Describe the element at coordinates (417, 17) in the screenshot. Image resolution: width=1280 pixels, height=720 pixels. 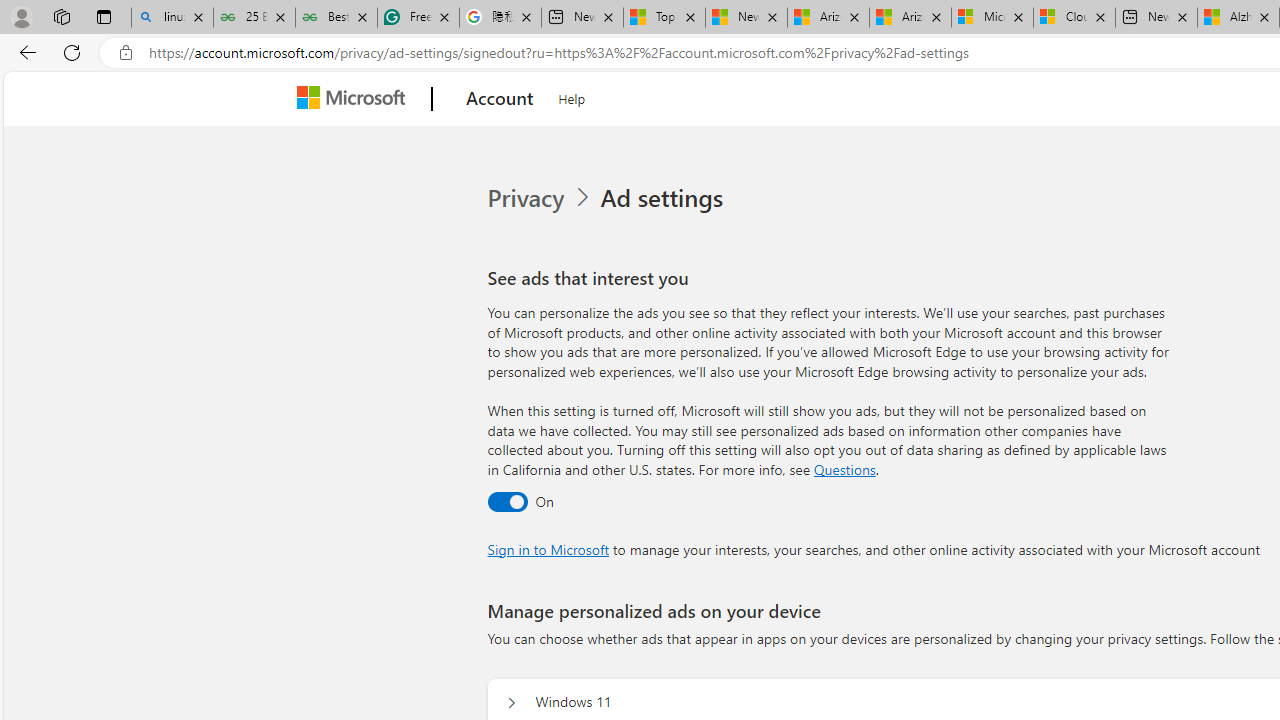
I see `'Free AI Writing Assistance for Students | Grammarly'` at that location.